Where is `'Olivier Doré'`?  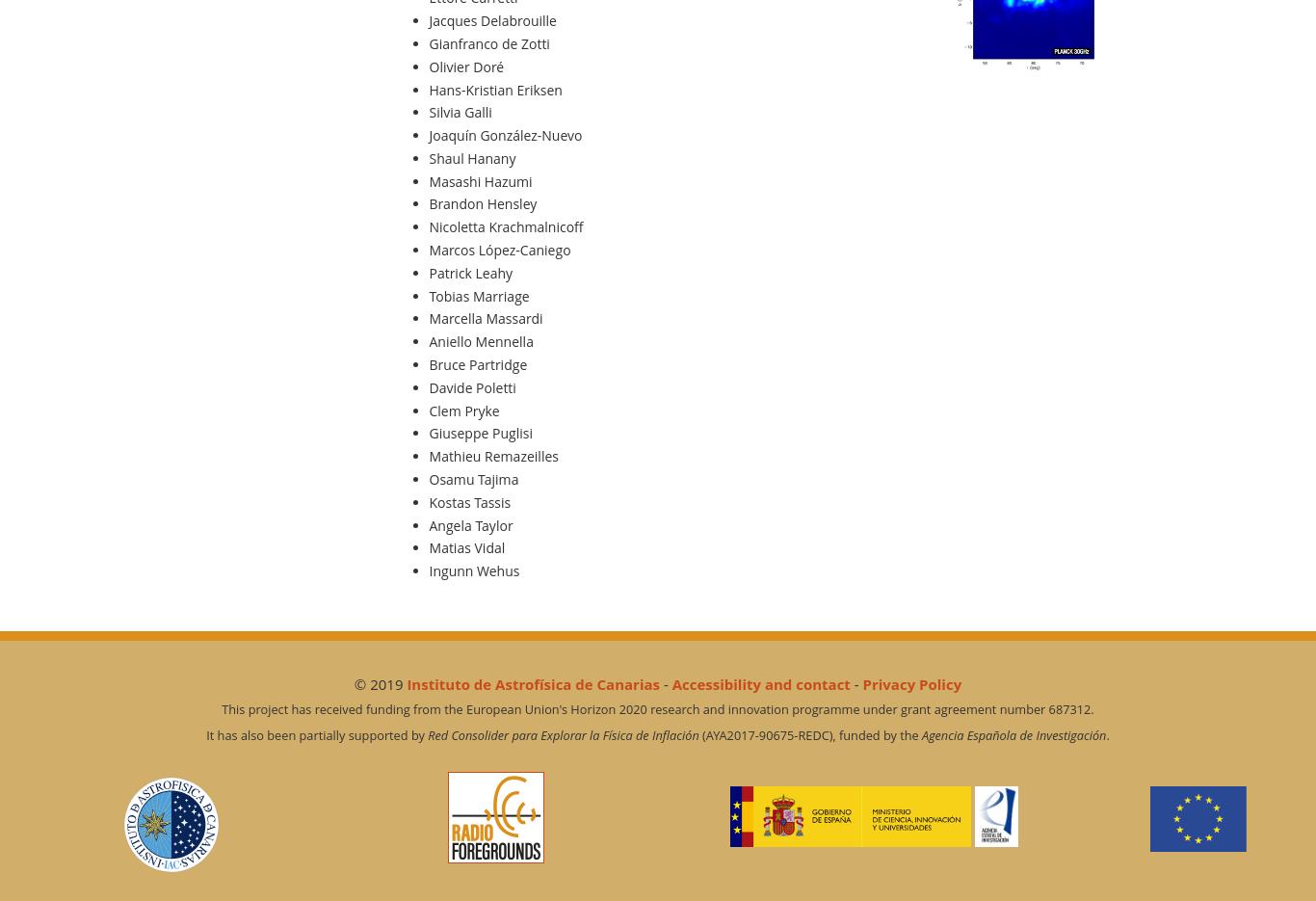 'Olivier Doré' is located at coordinates (465, 66).